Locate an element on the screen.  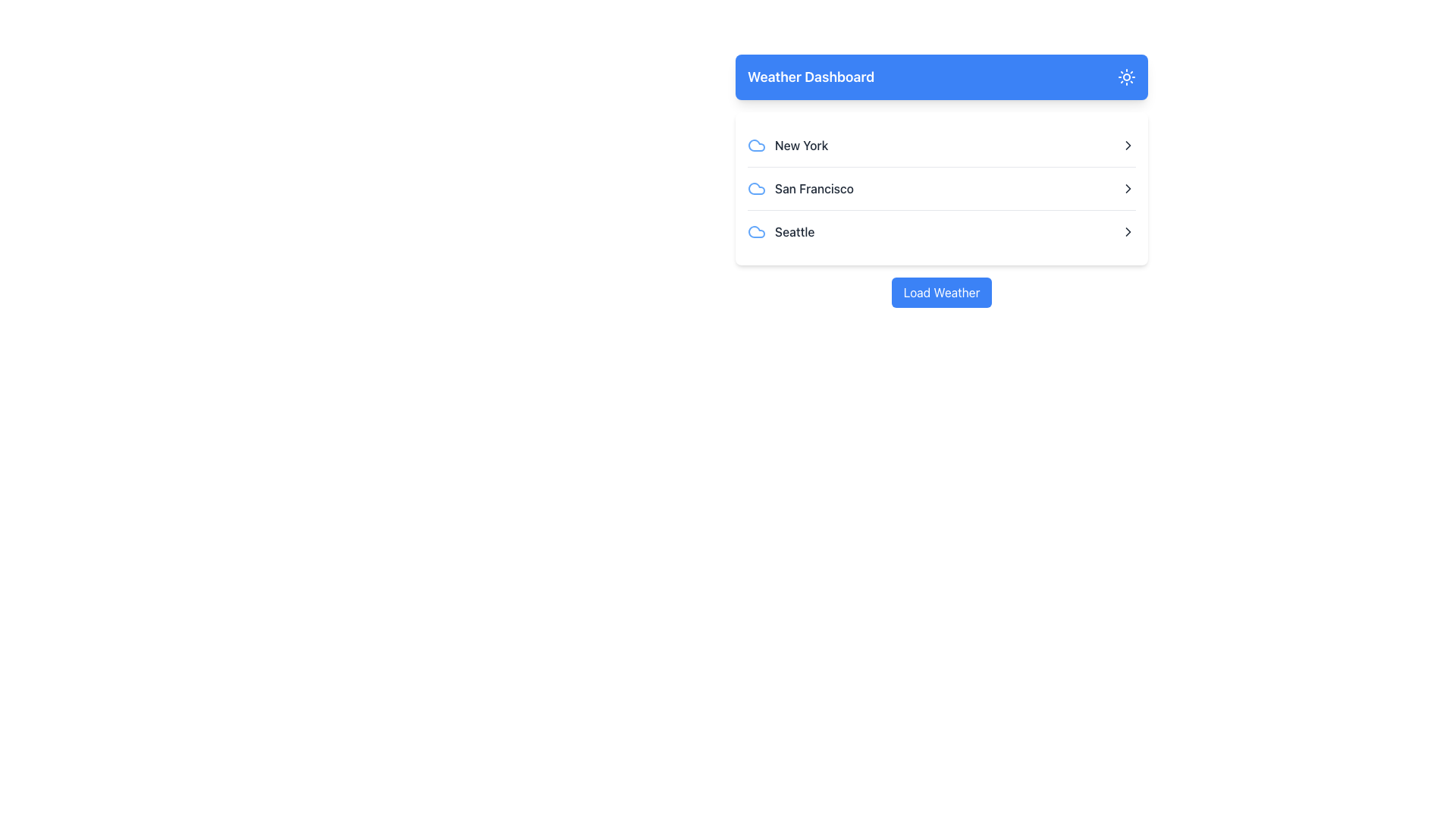
the weather-related icon located at the far-right side of the header bar, adjacent to the title text 'Weather Dashboard', which is within a blue, rounded rectangular bar is located at coordinates (1127, 77).